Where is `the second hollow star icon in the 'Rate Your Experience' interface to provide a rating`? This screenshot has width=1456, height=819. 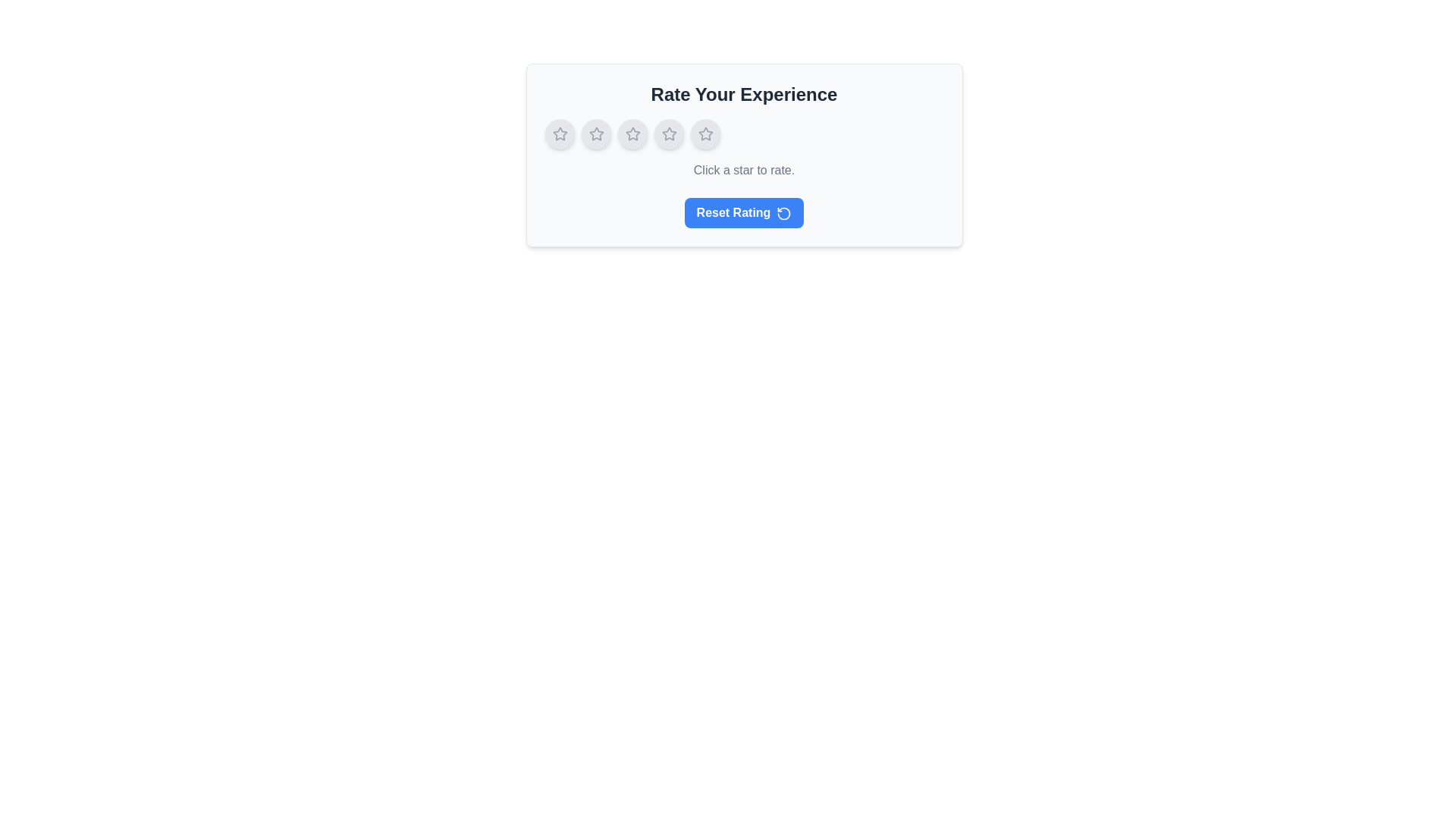
the second hollow star icon in the 'Rate Your Experience' interface to provide a rating is located at coordinates (595, 133).